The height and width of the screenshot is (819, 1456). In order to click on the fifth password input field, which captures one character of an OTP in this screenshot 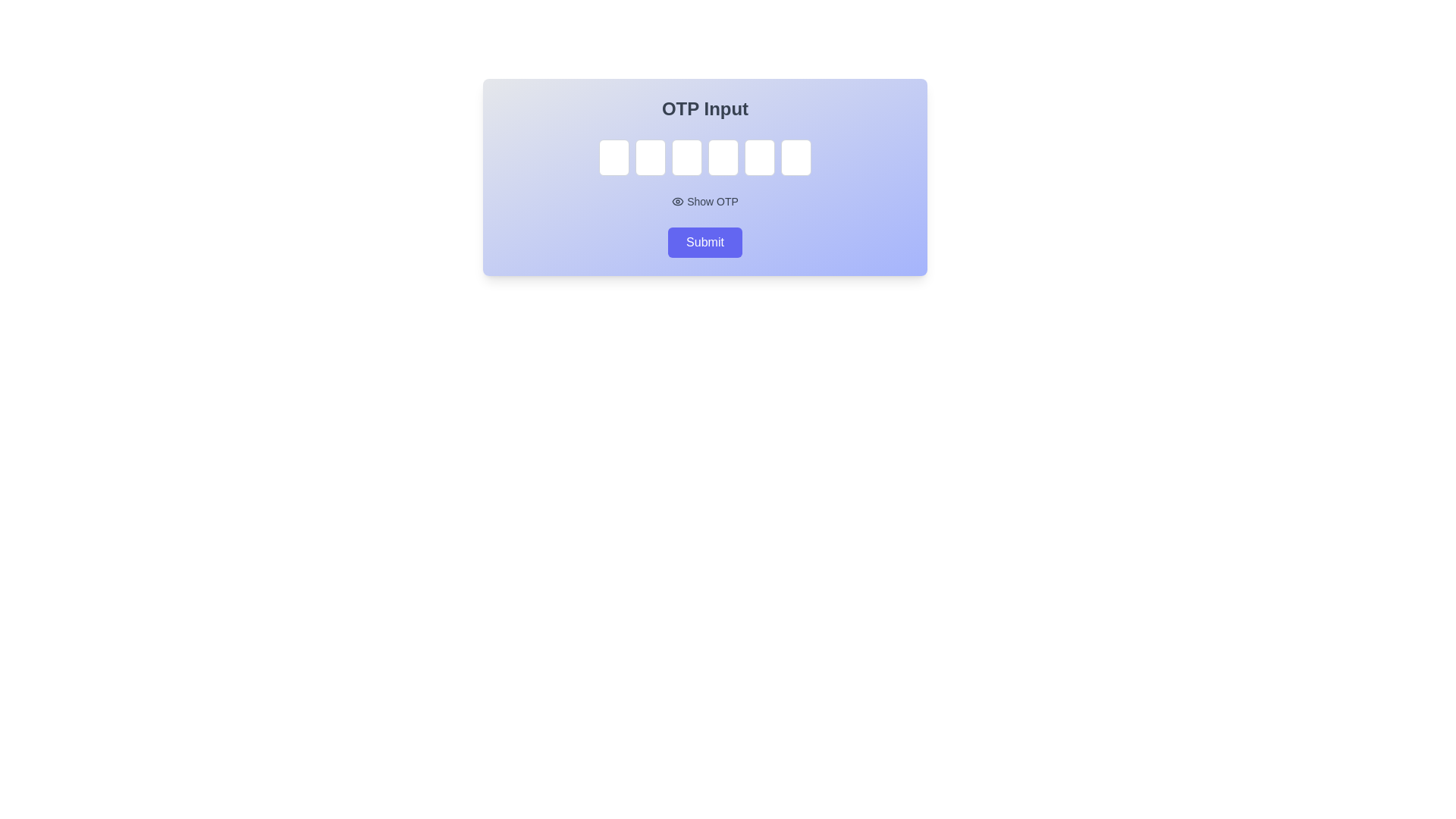, I will do `click(760, 158)`.